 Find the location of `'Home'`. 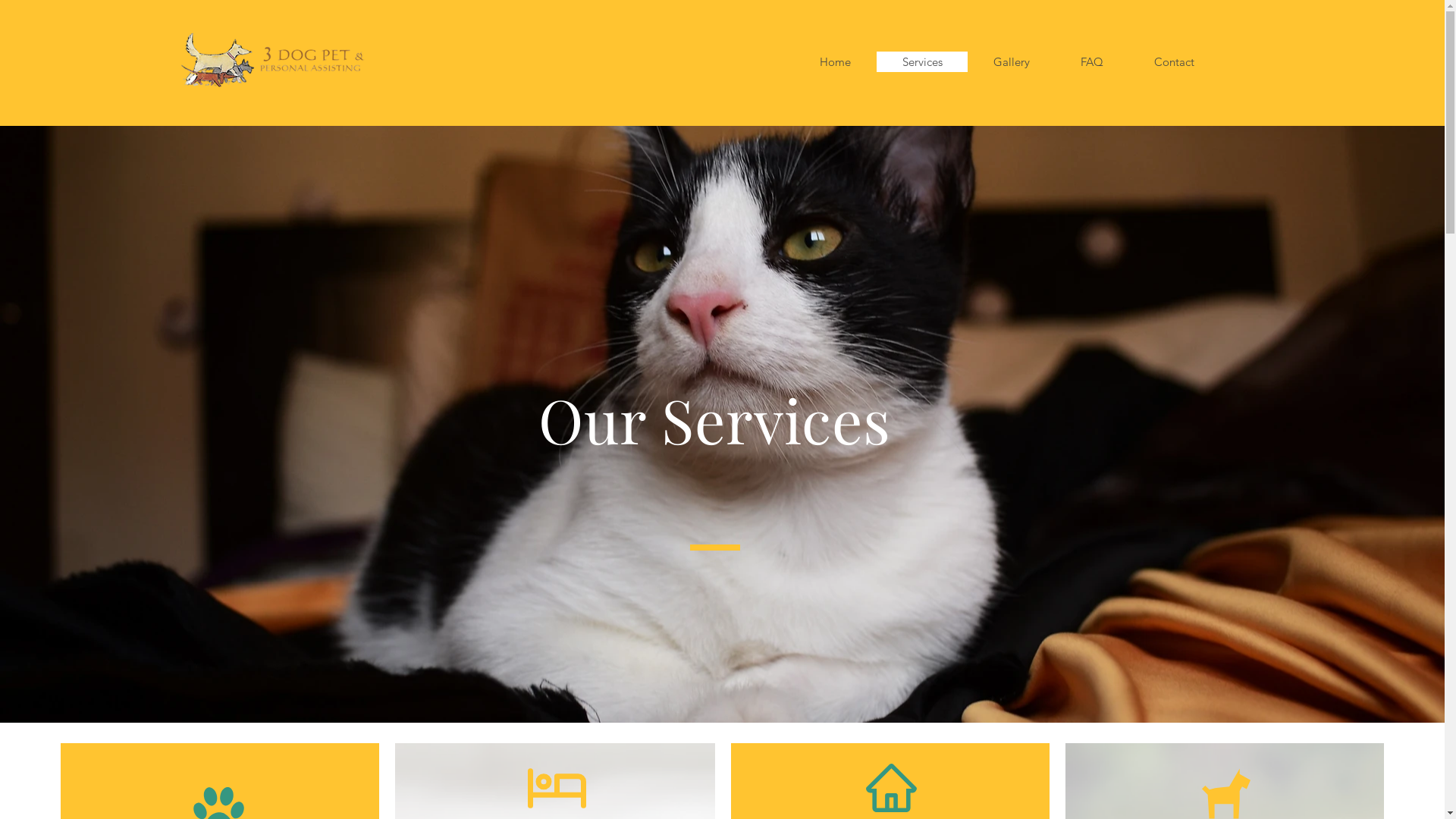

'Home' is located at coordinates (835, 61).